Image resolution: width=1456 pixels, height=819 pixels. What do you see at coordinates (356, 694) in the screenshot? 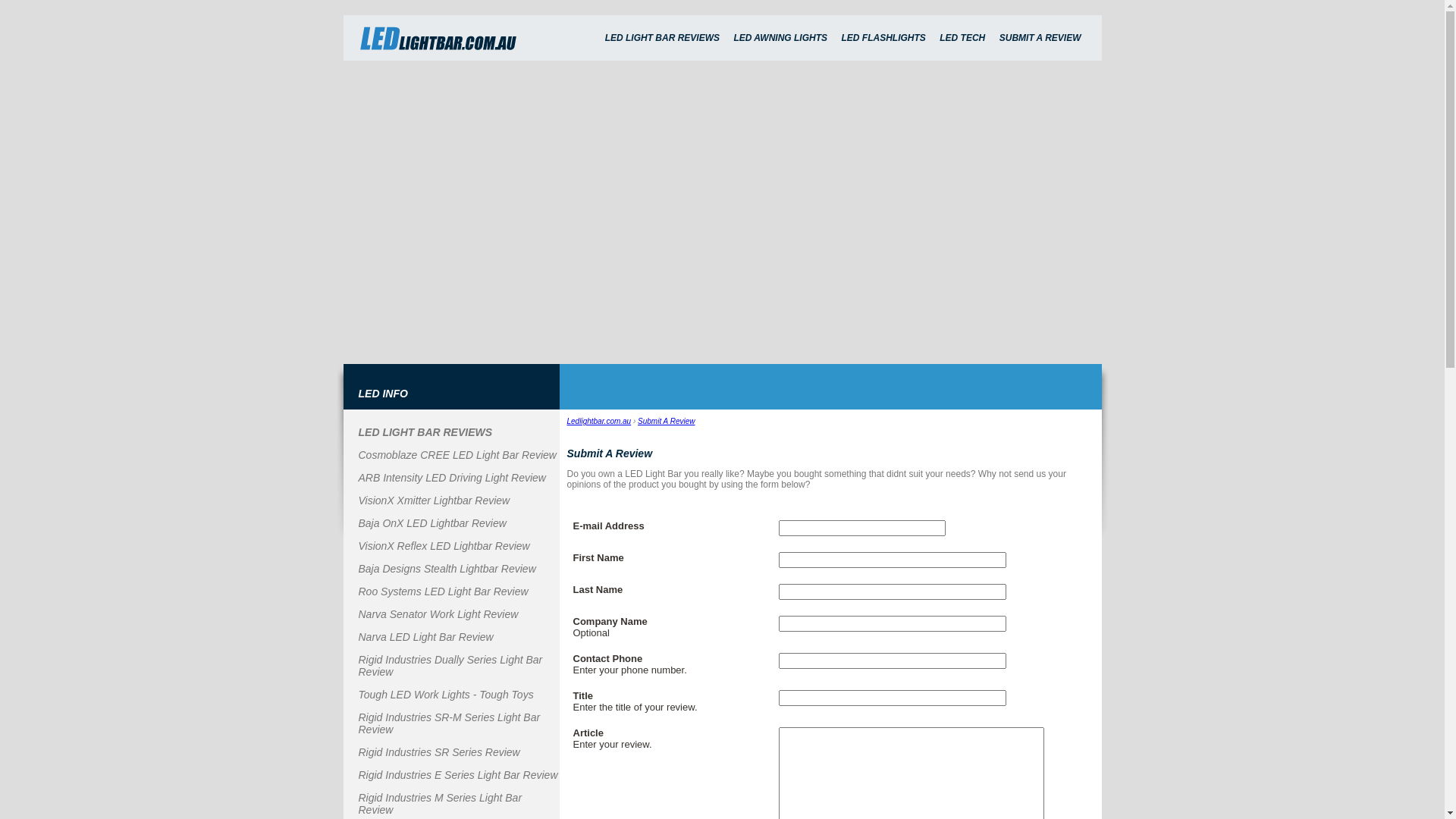
I see `'Tough LED Work Lights - Tough Toys'` at bounding box center [356, 694].